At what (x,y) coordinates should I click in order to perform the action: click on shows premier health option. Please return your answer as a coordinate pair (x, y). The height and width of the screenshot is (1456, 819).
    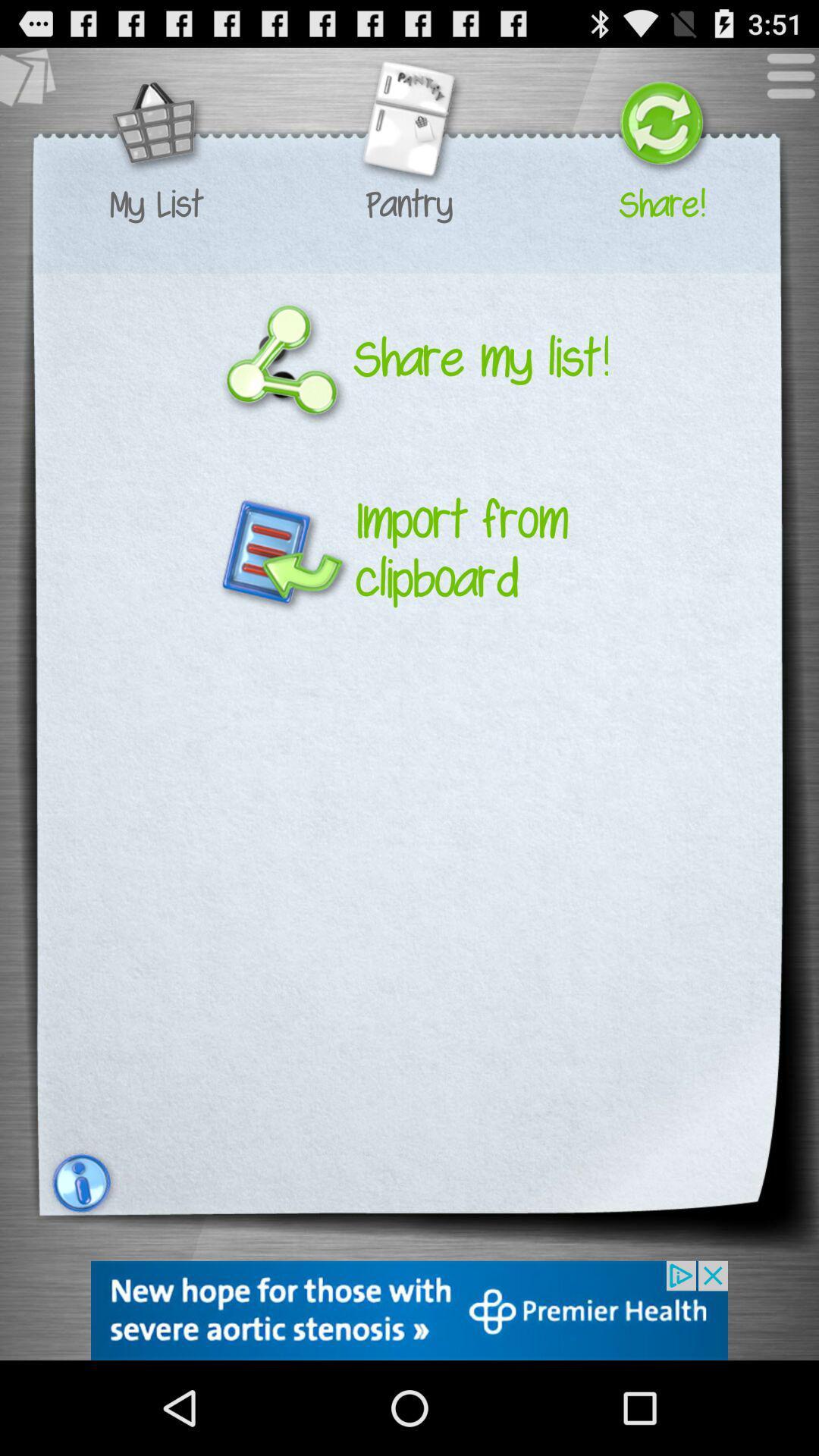
    Looking at the image, I should click on (409, 1310).